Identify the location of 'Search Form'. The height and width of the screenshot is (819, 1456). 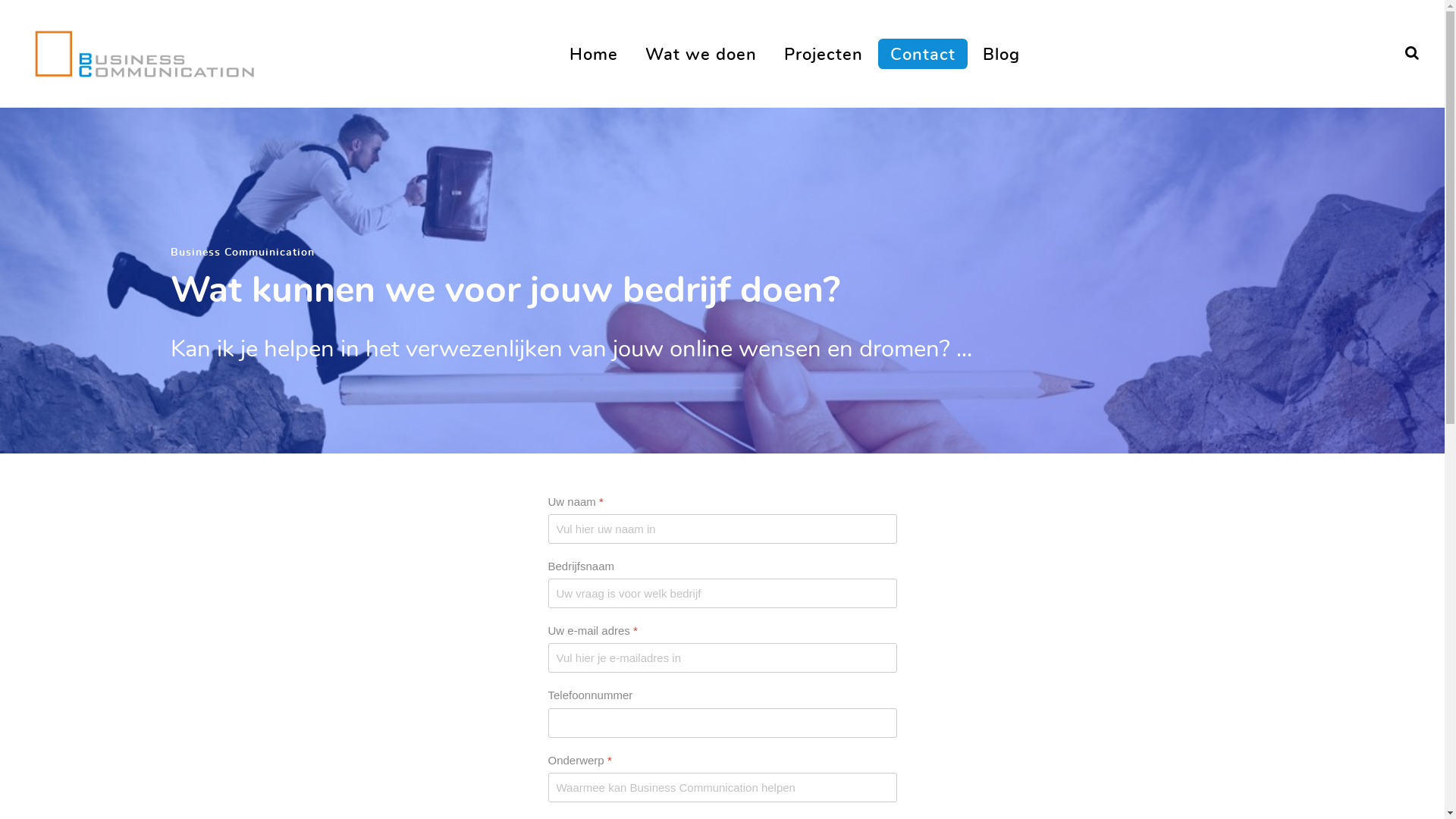
(1411, 52).